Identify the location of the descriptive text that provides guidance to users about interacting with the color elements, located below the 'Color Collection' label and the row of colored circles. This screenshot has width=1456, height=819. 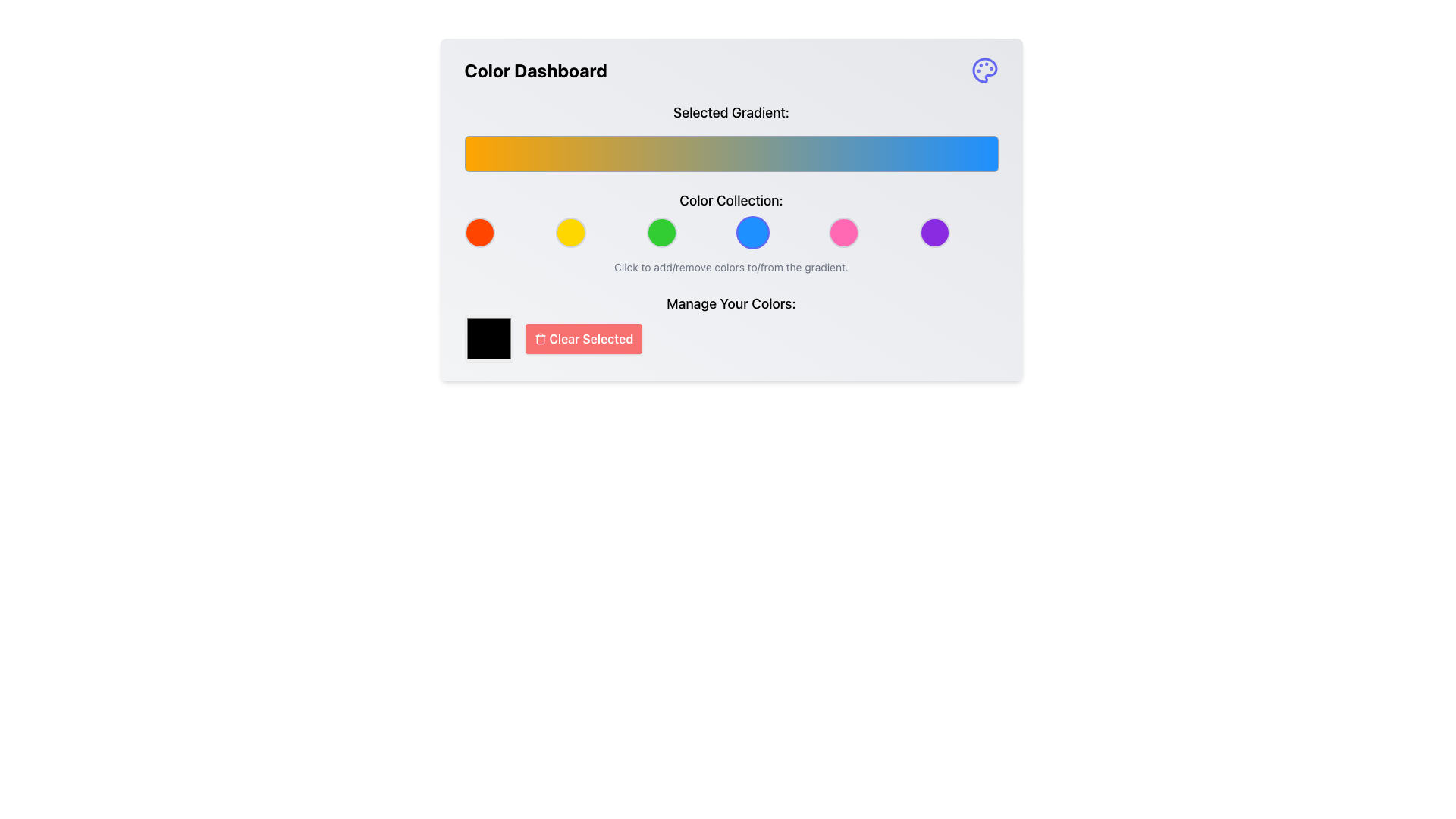
(731, 267).